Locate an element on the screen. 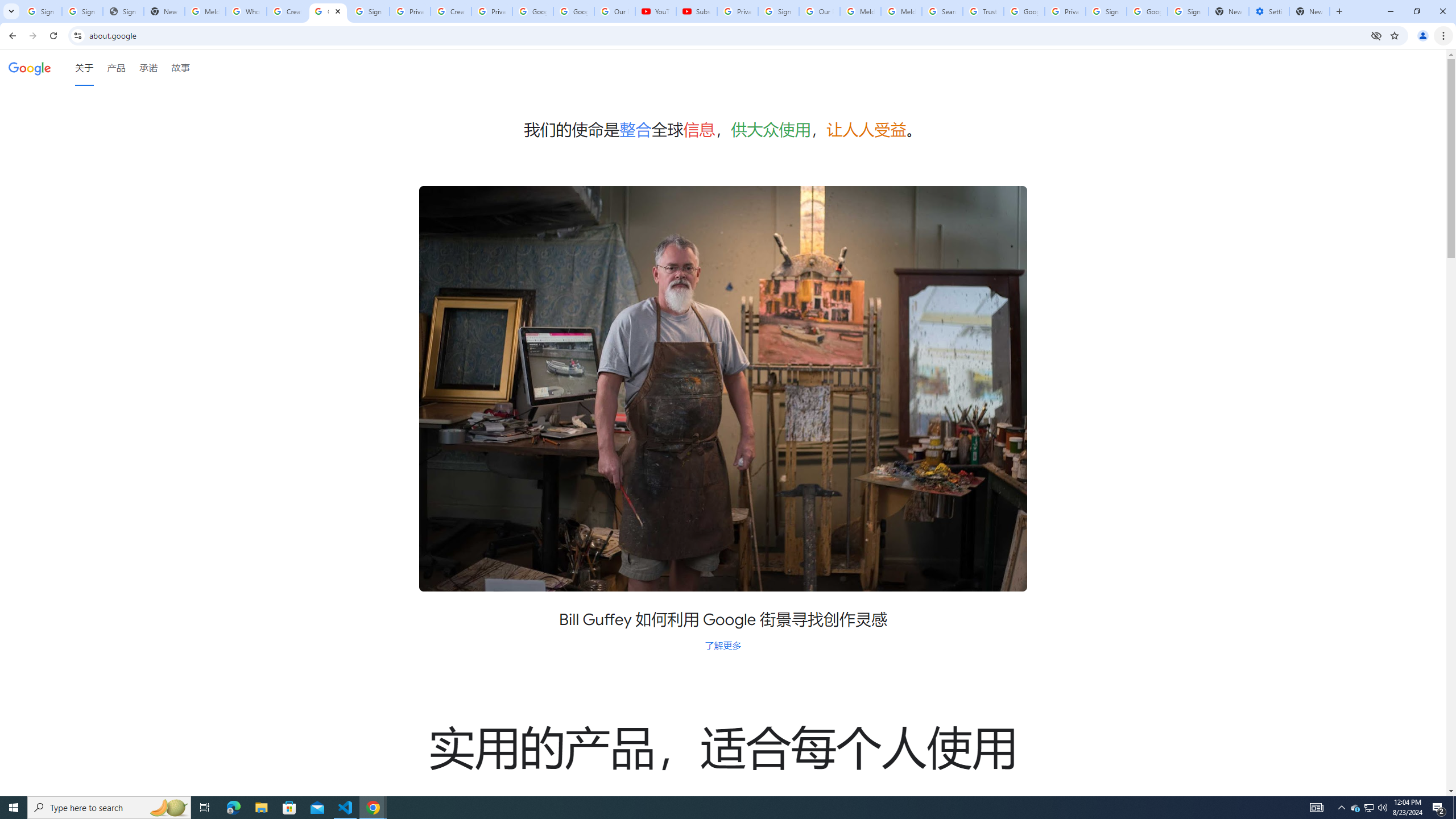 The image size is (1456, 819). 'YouTube' is located at coordinates (656, 11).